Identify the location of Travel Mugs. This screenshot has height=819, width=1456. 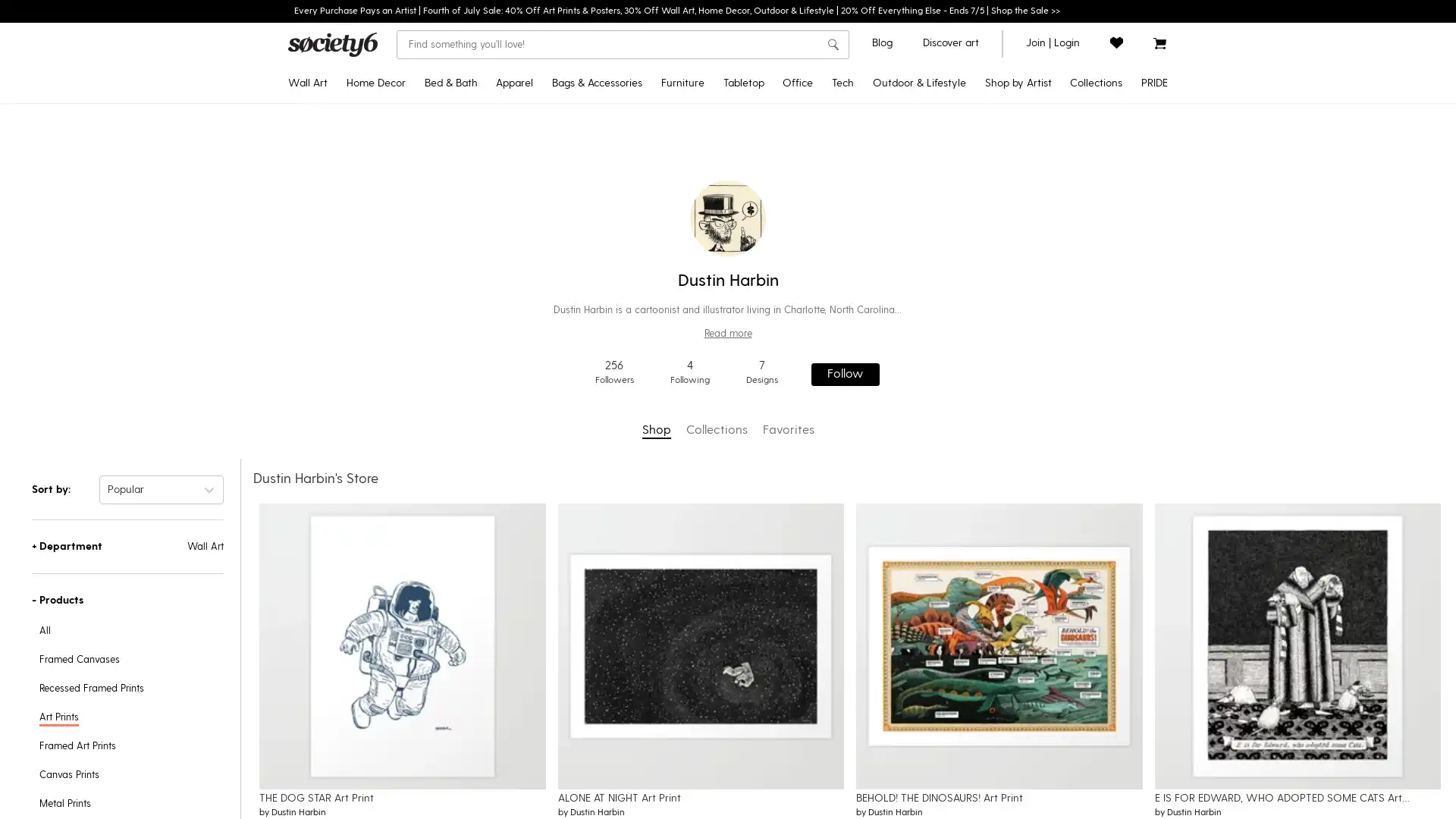
(939, 219).